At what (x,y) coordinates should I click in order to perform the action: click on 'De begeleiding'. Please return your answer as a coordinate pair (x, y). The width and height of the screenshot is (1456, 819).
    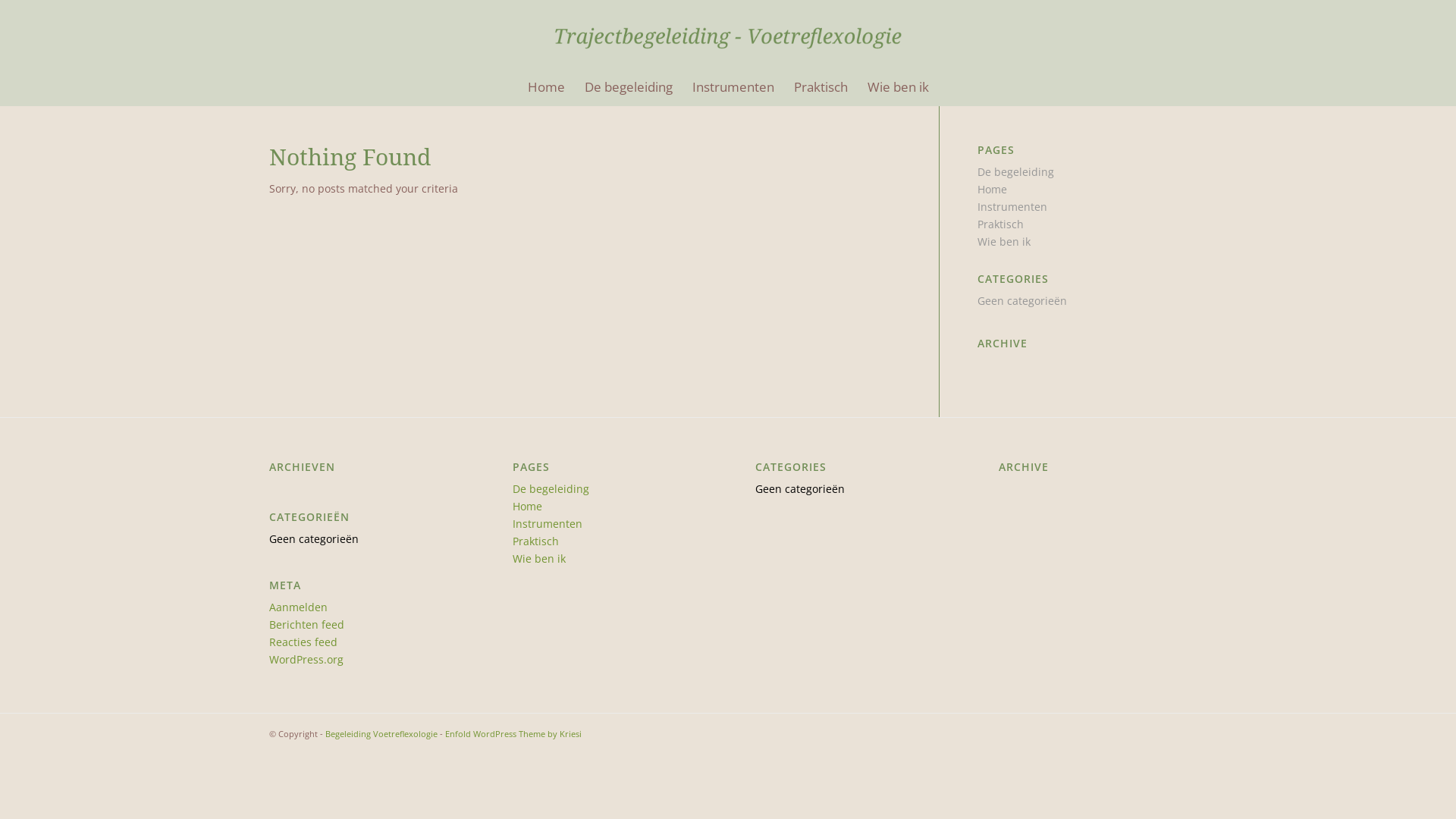
    Looking at the image, I should click on (1015, 171).